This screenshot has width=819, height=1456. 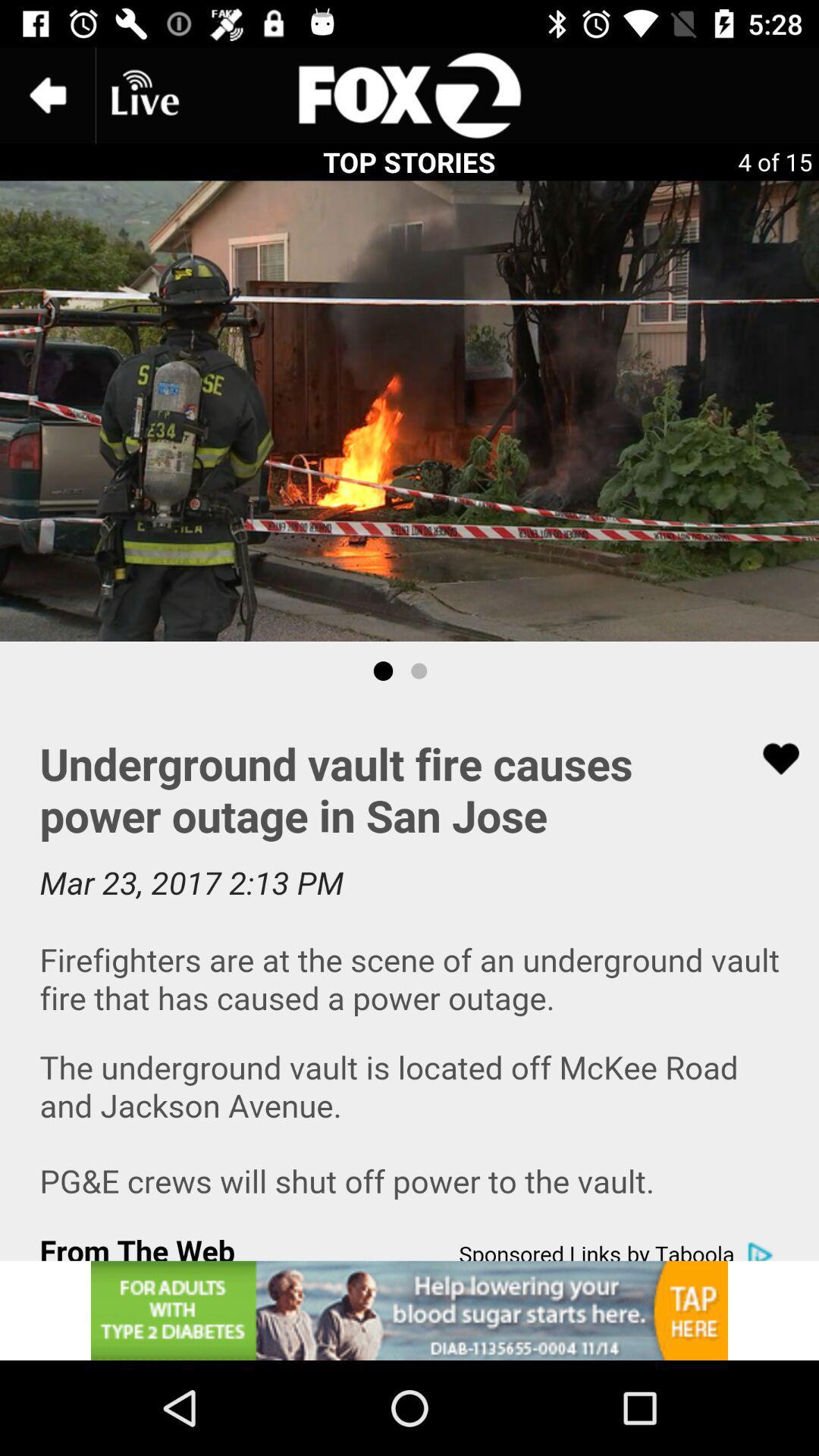 I want to click on favorites option, so click(x=771, y=758).